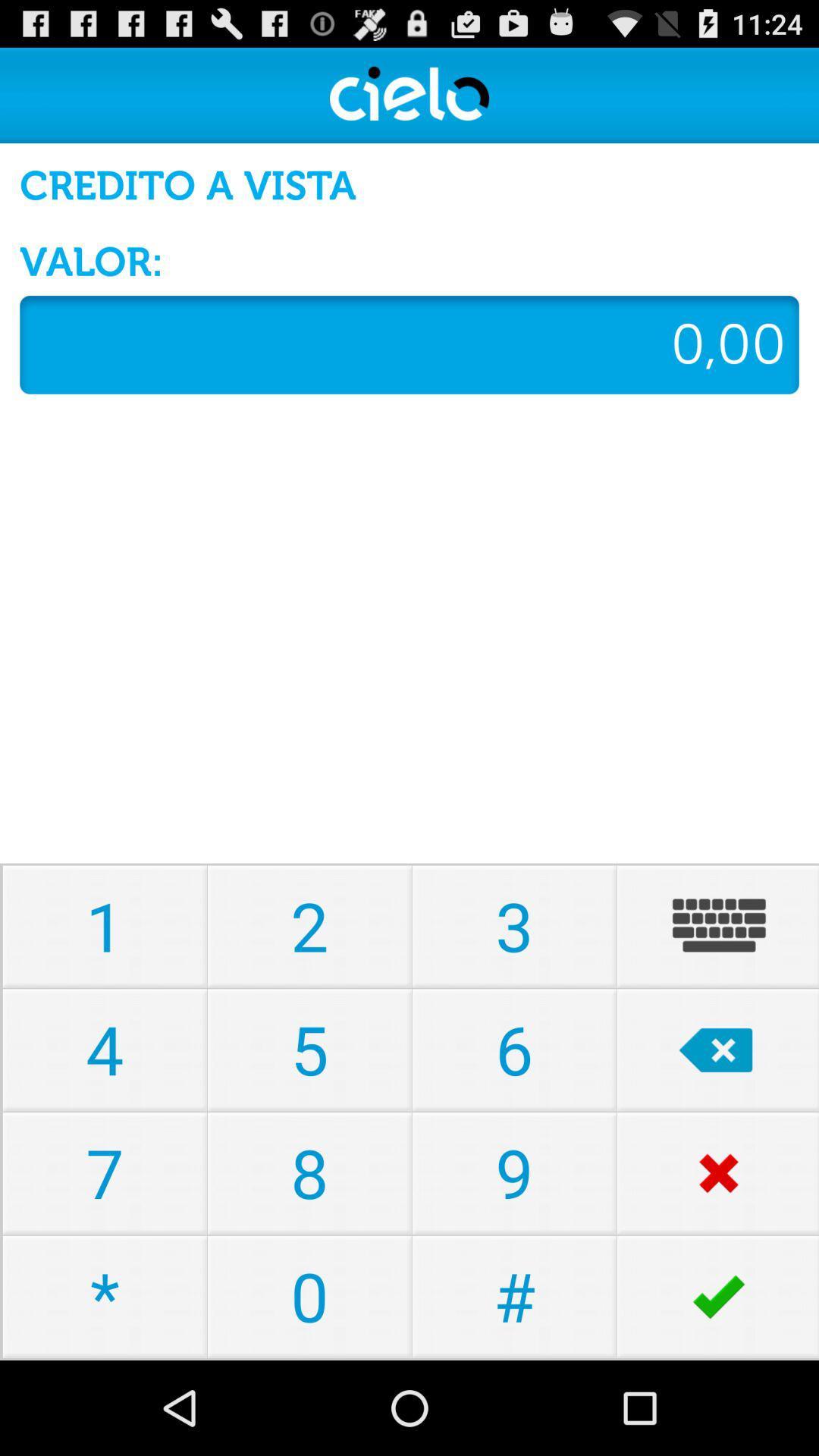 The image size is (819, 1456). I want to click on the amount, so click(409, 344).